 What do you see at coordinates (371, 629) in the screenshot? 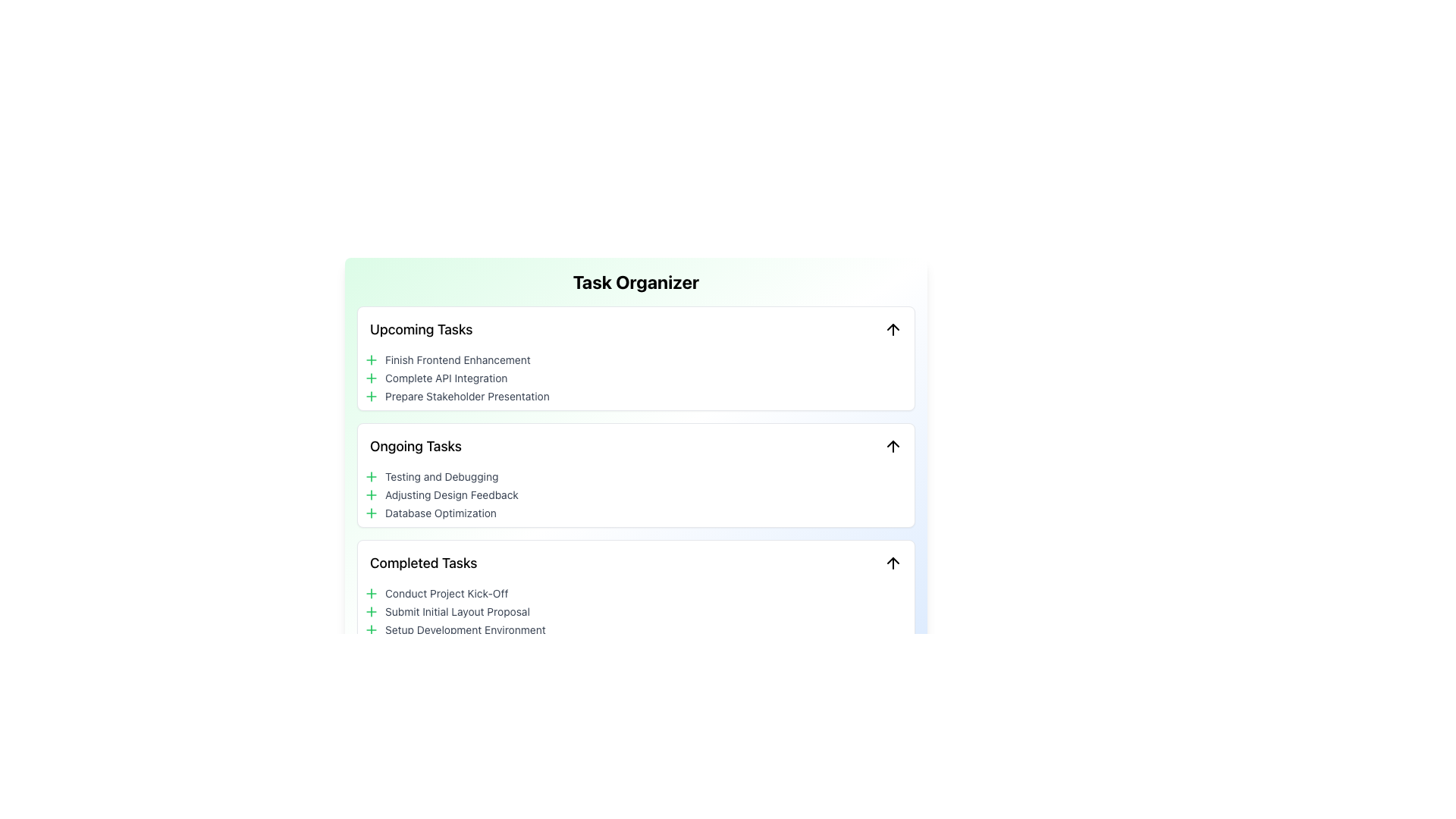
I see `the small green plus sign icon button located to the left of the 'Setup Development Environment' text in the 'Completed Tasks' section` at bounding box center [371, 629].